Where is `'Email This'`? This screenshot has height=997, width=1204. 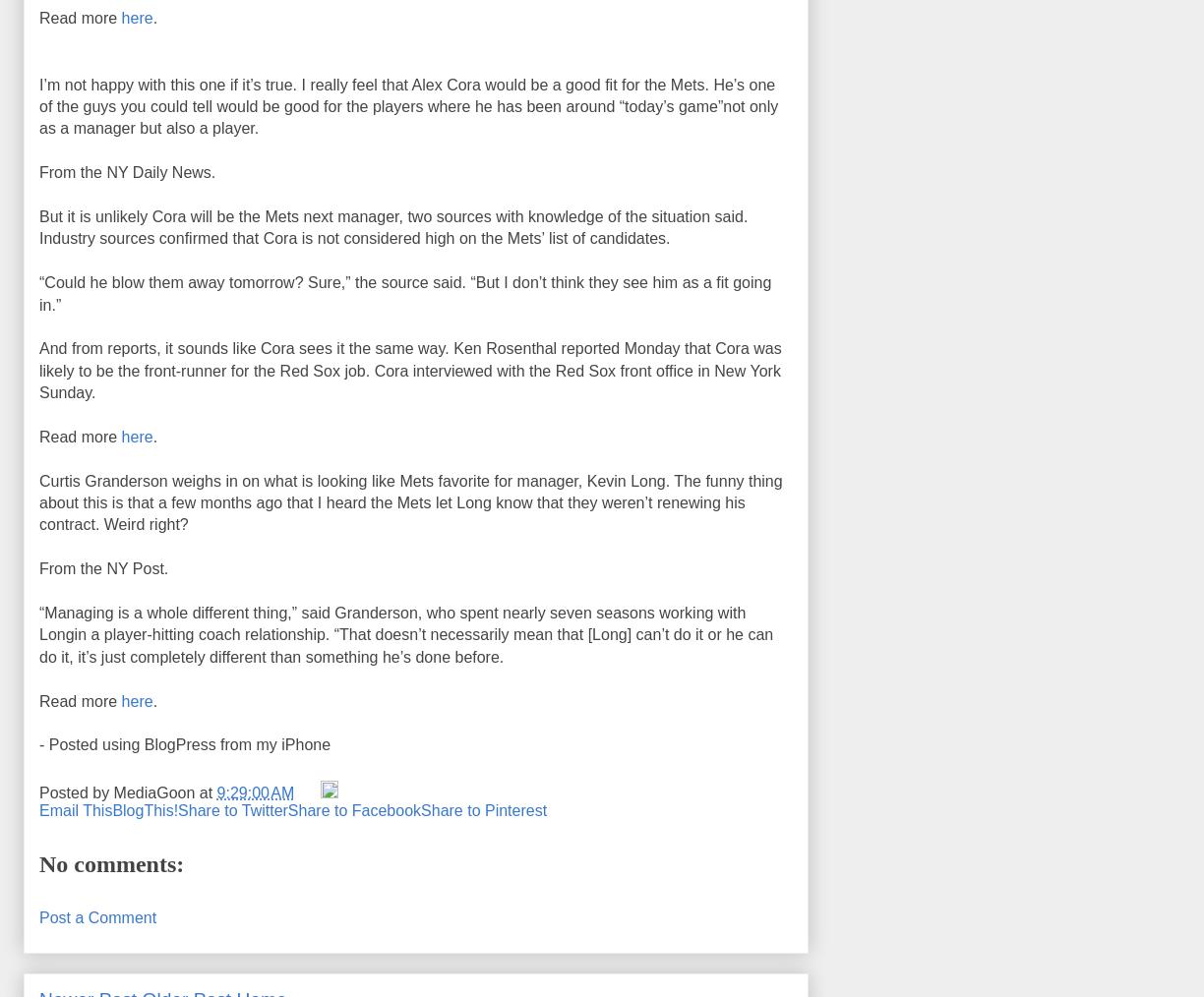
'Email This' is located at coordinates (75, 809).